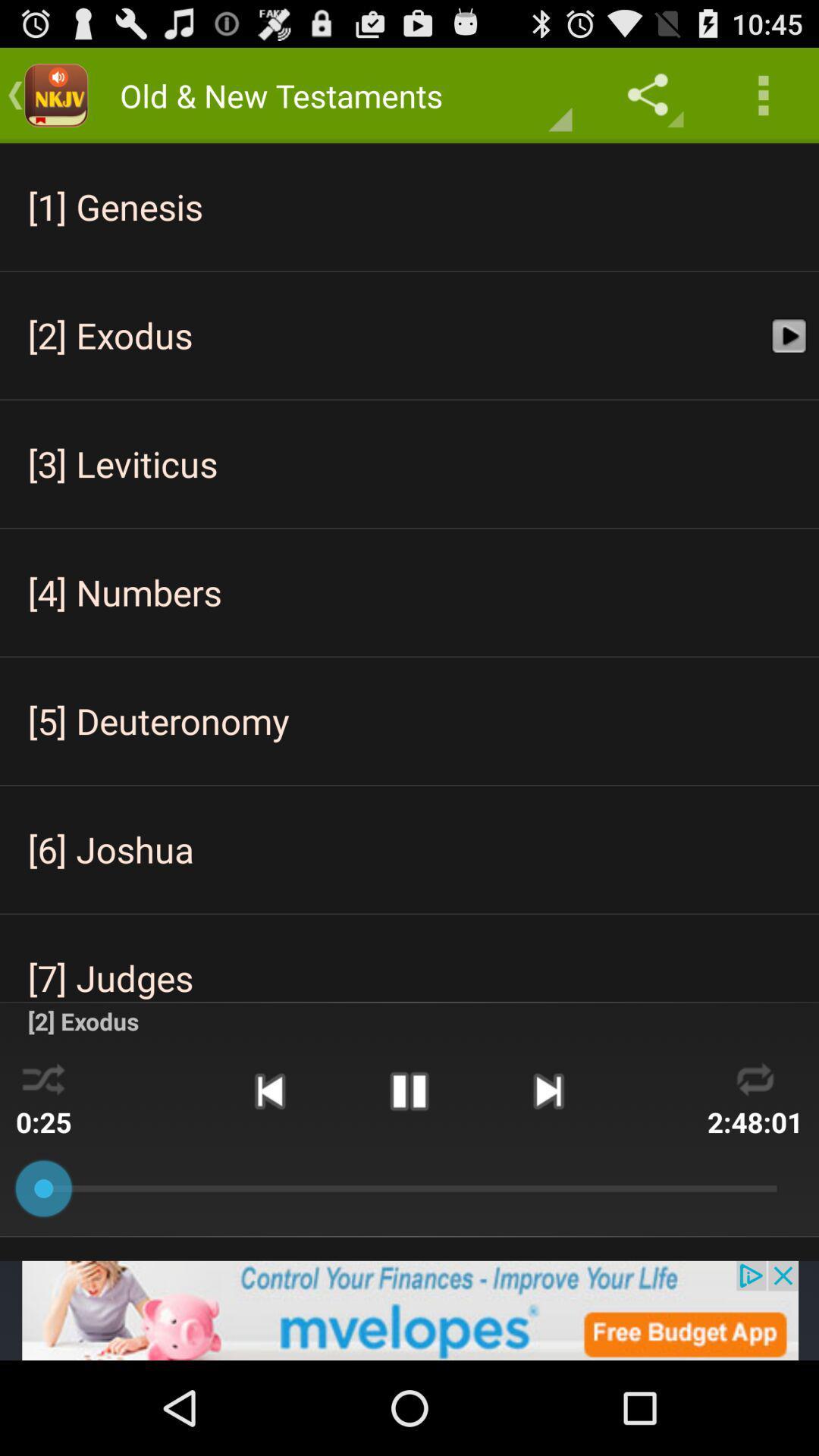  Describe the element at coordinates (548, 1166) in the screenshot. I see `the skip_next icon` at that location.